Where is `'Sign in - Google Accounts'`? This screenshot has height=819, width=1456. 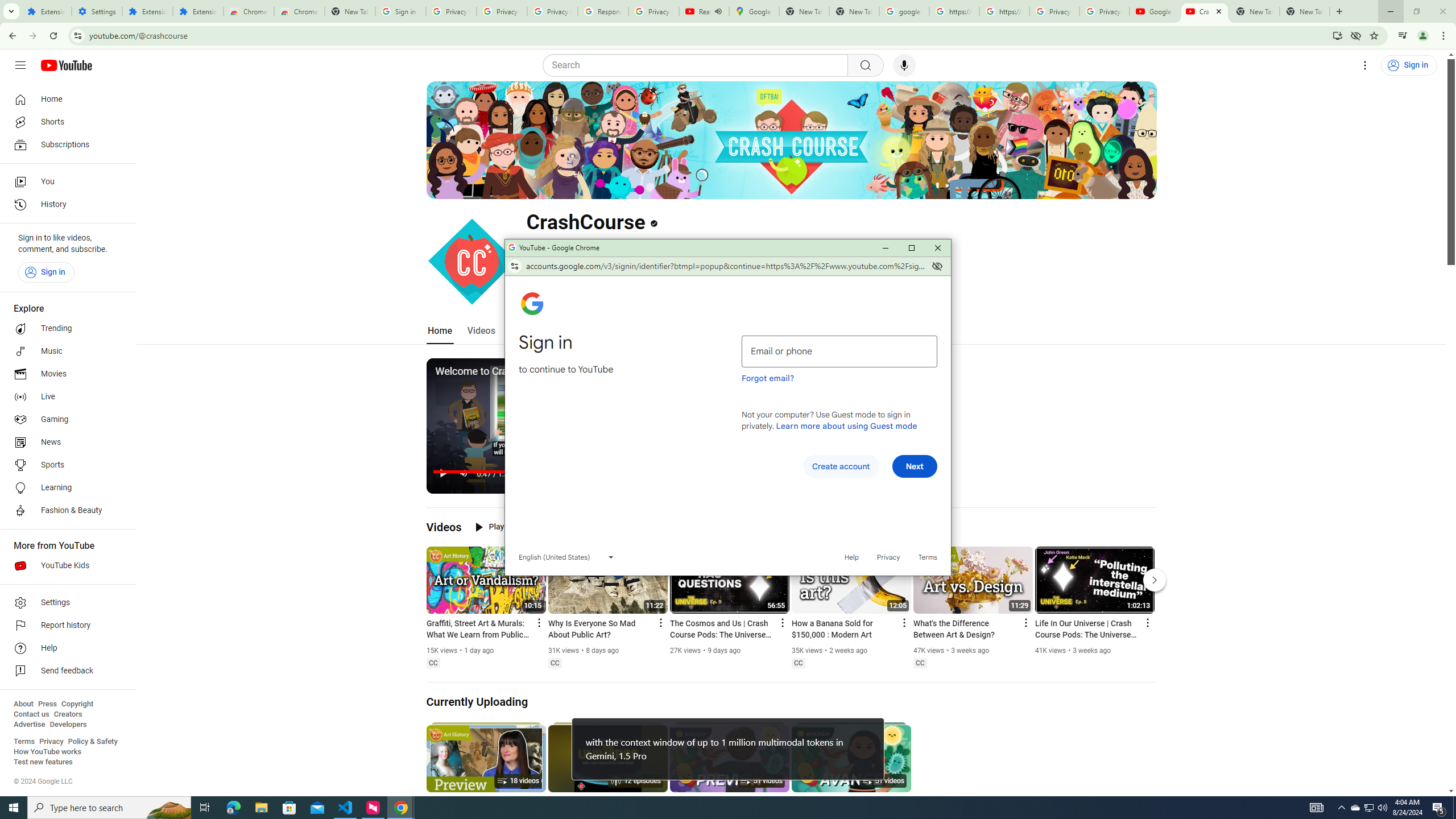
'Sign in - Google Accounts' is located at coordinates (400, 11).